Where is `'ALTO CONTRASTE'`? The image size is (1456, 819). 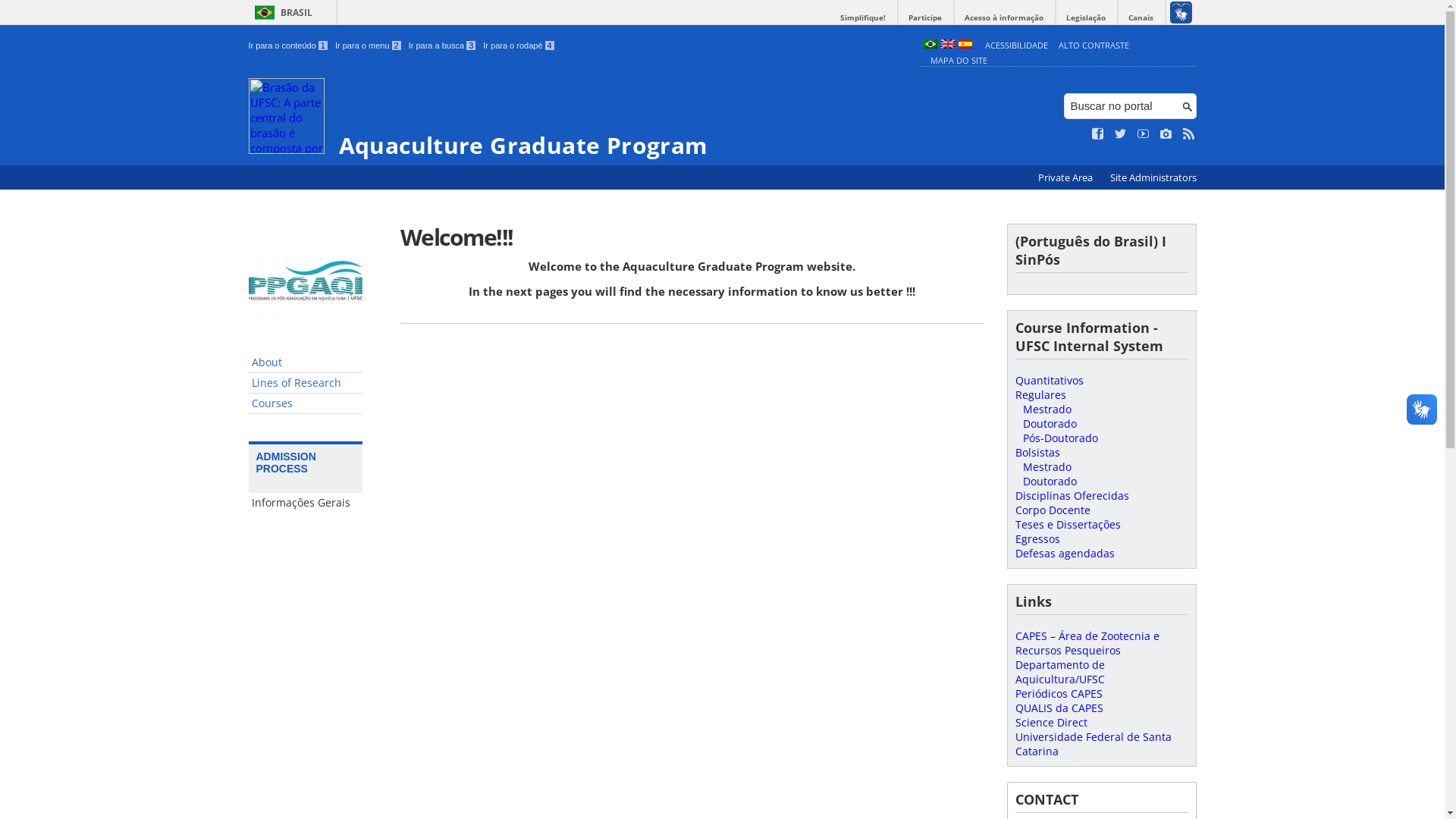
'ALTO CONTRASTE' is located at coordinates (1094, 44).